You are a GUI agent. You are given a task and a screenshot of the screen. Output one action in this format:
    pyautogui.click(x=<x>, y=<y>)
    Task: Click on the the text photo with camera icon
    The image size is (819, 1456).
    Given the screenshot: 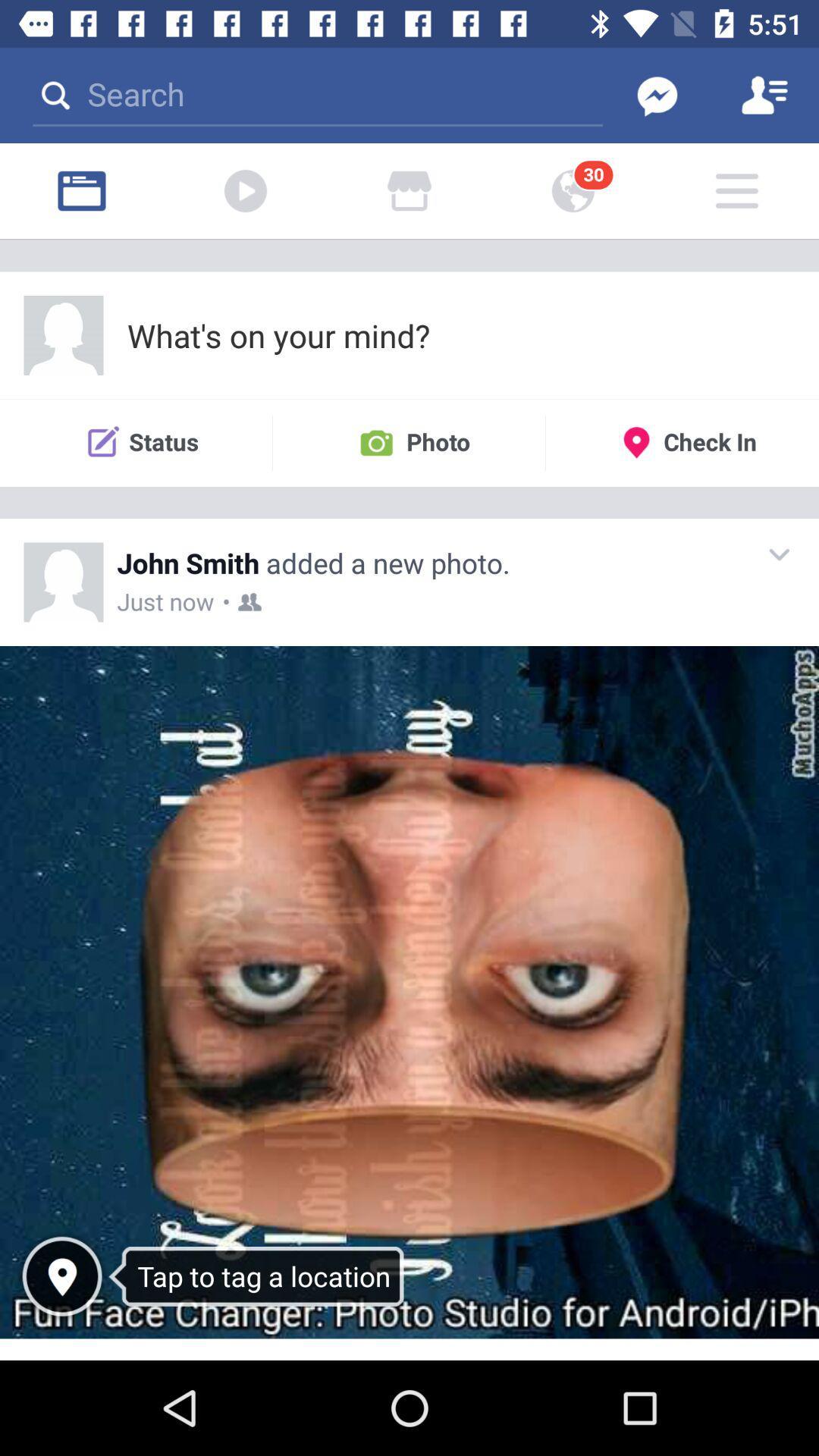 What is the action you would take?
    pyautogui.click(x=408, y=442)
    